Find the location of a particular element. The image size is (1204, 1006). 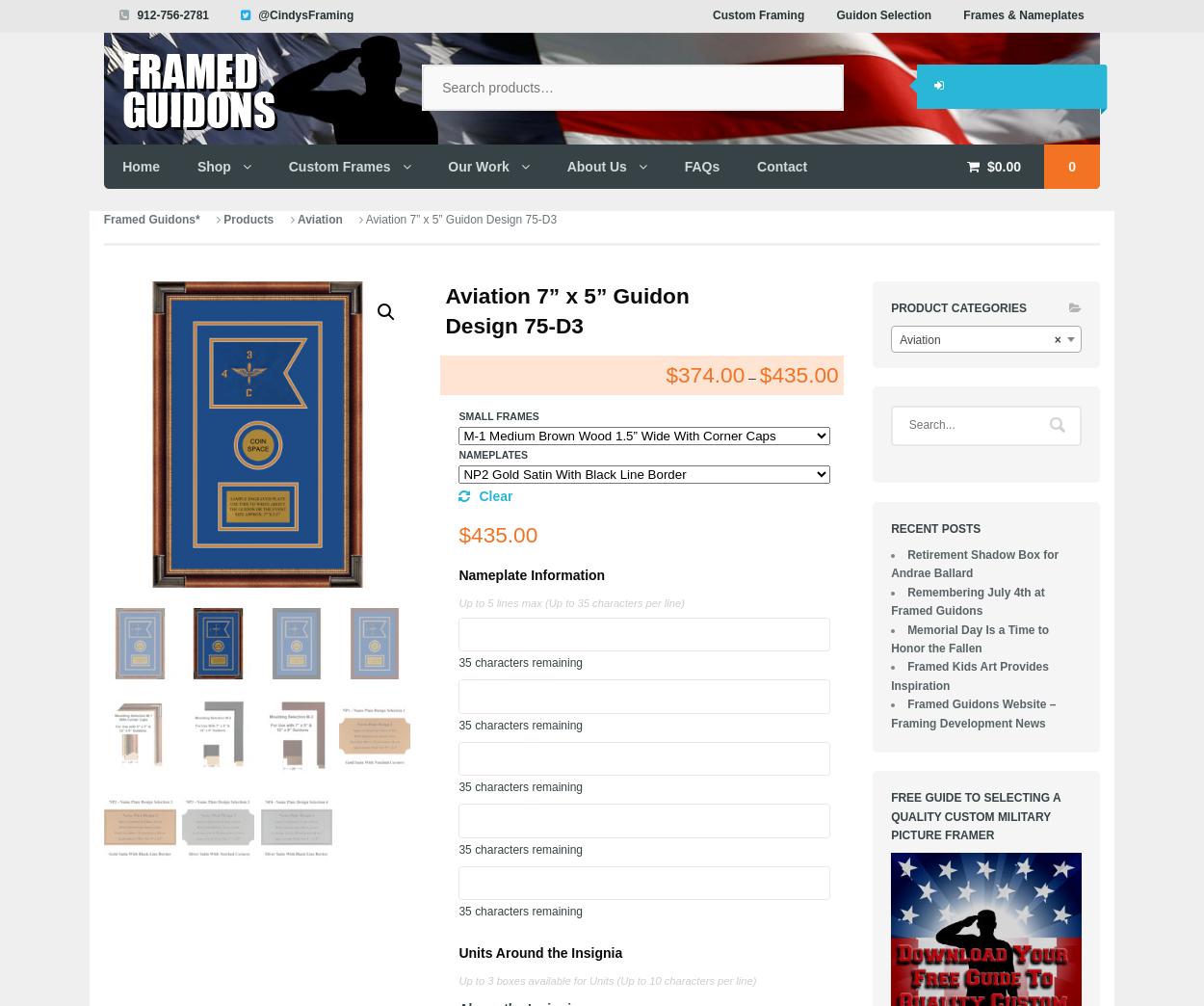

'Small Frames' is located at coordinates (498, 415).